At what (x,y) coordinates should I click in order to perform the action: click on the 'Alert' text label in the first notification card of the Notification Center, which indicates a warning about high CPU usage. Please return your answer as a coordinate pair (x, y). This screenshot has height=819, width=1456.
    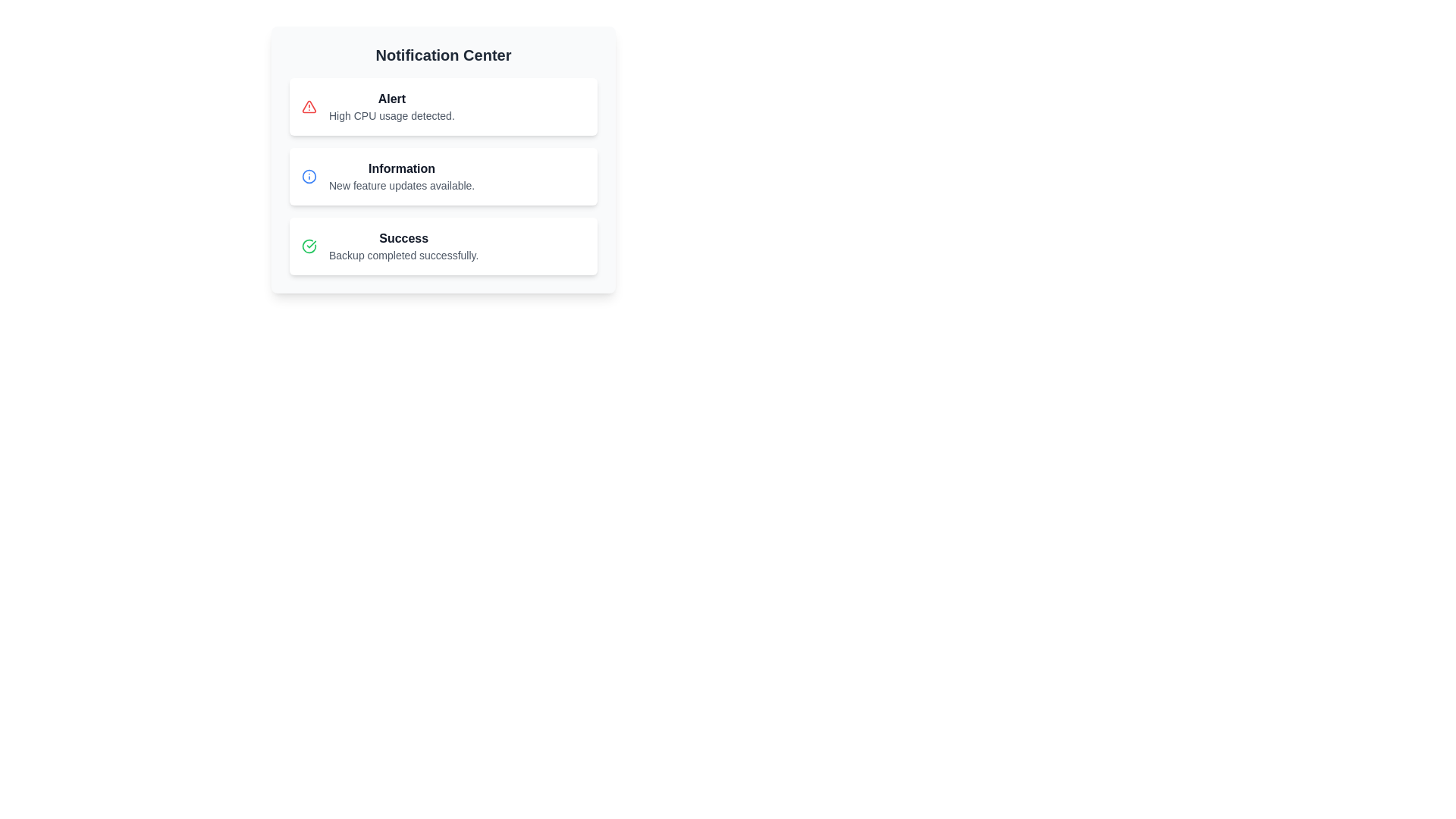
    Looking at the image, I should click on (391, 99).